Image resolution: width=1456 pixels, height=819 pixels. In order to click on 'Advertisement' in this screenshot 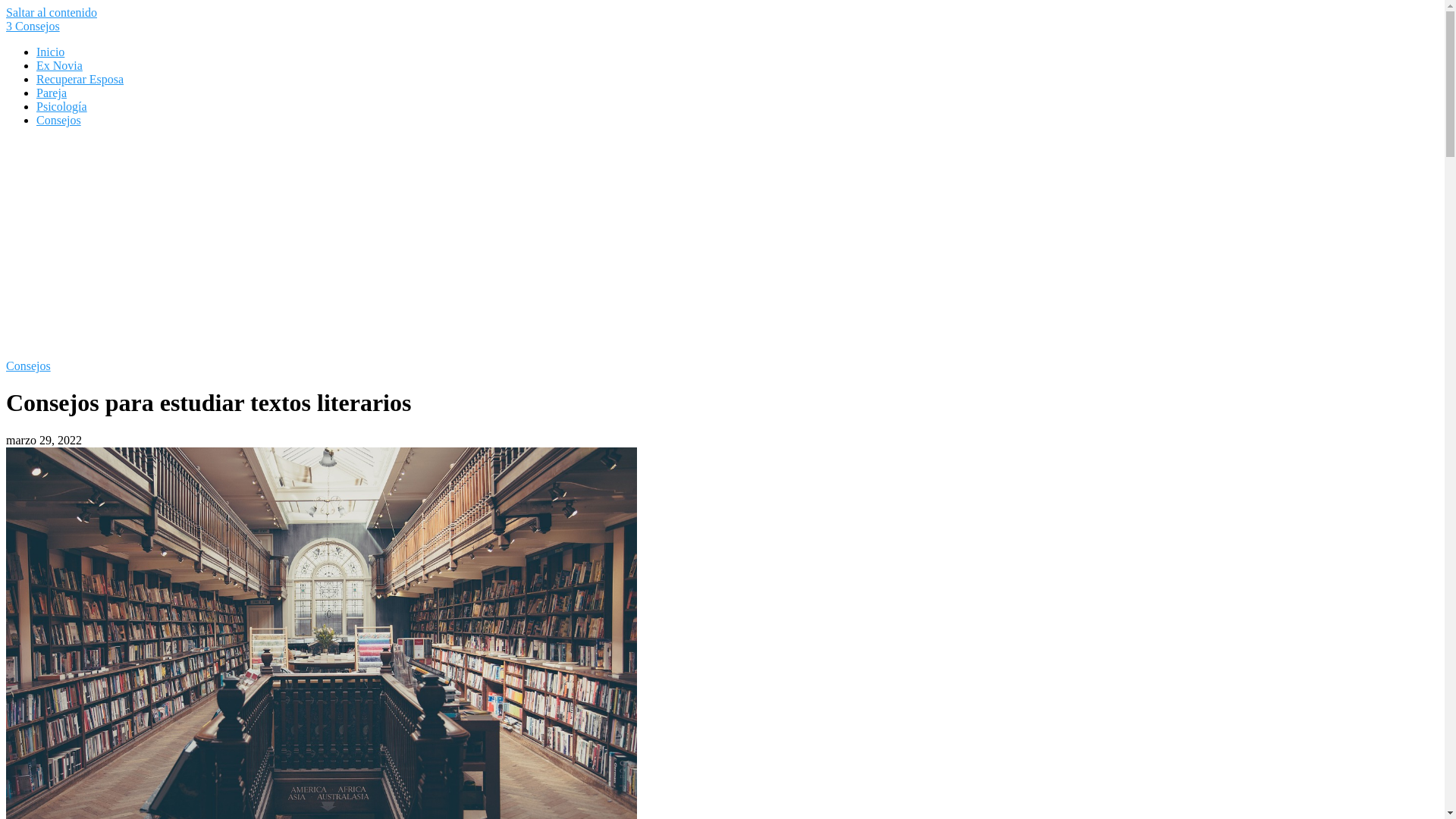, I will do `click(720, 245)`.